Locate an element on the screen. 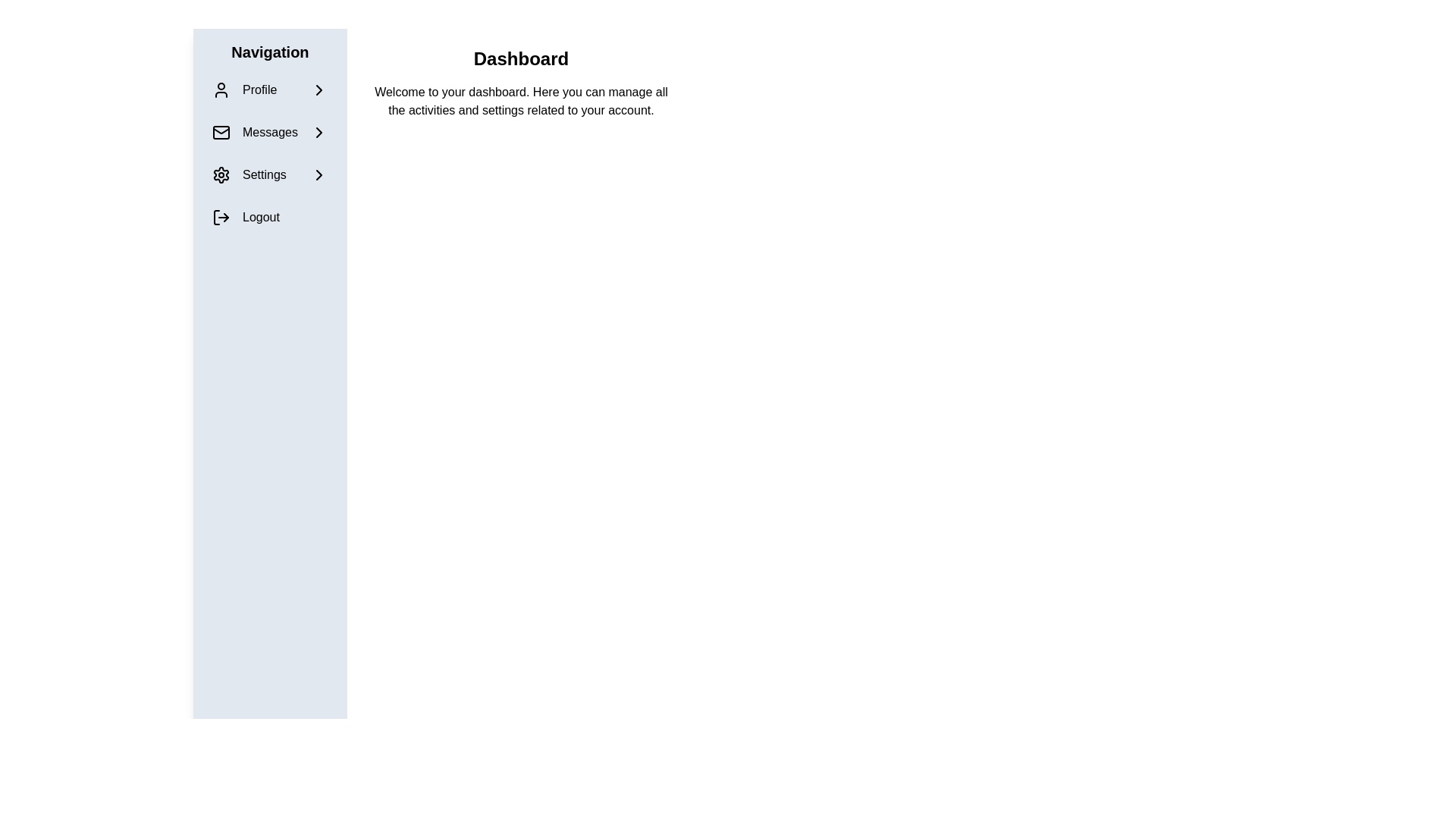 This screenshot has height=819, width=1456. the mail-shaped icon that serves as a visual indicator for the 'Messages' navigation option located in the second row of the navigation sidebar, to the left of the 'Messages' text is located at coordinates (221, 131).